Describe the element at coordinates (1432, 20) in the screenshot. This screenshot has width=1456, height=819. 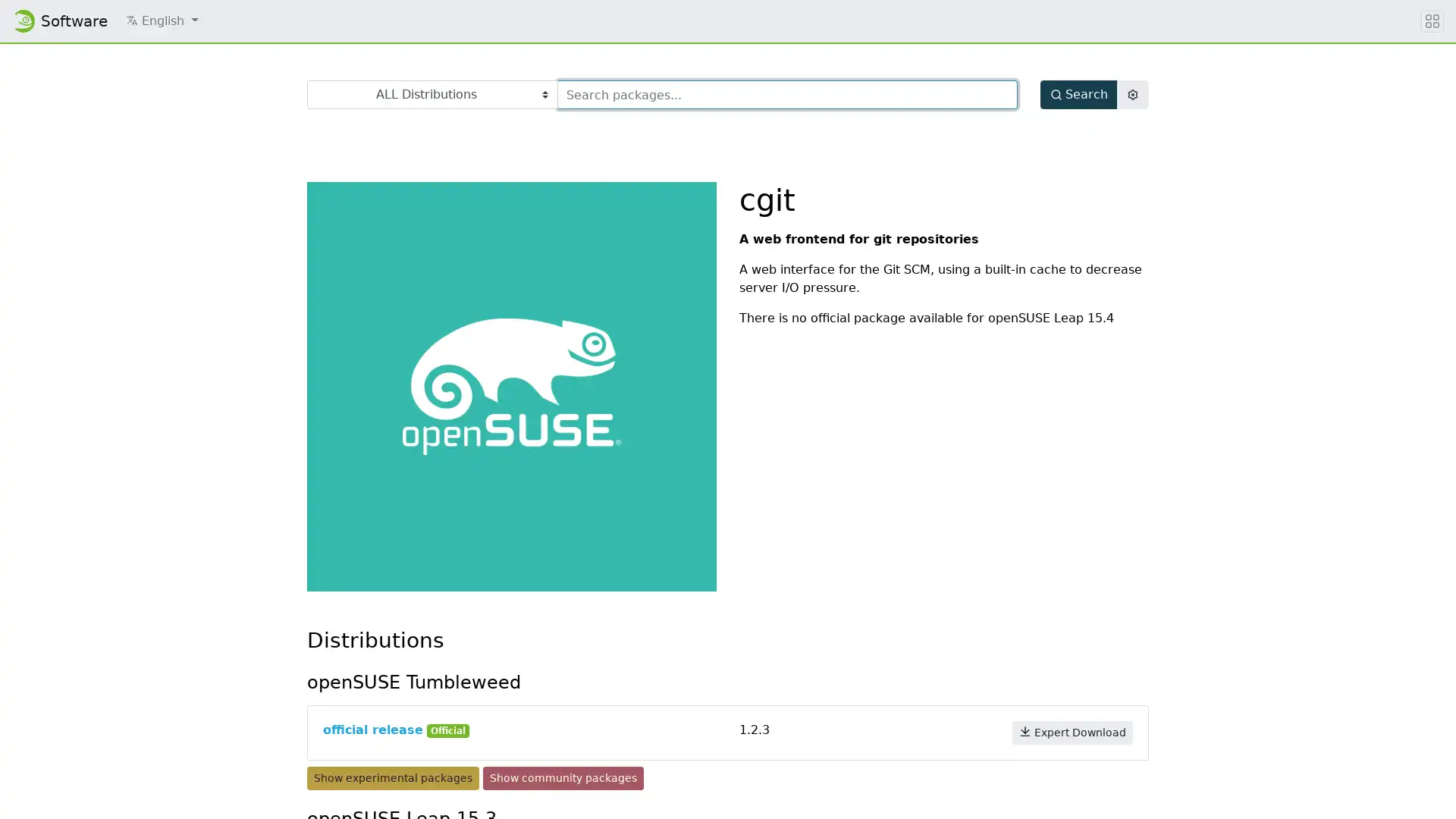
I see `title` at that location.